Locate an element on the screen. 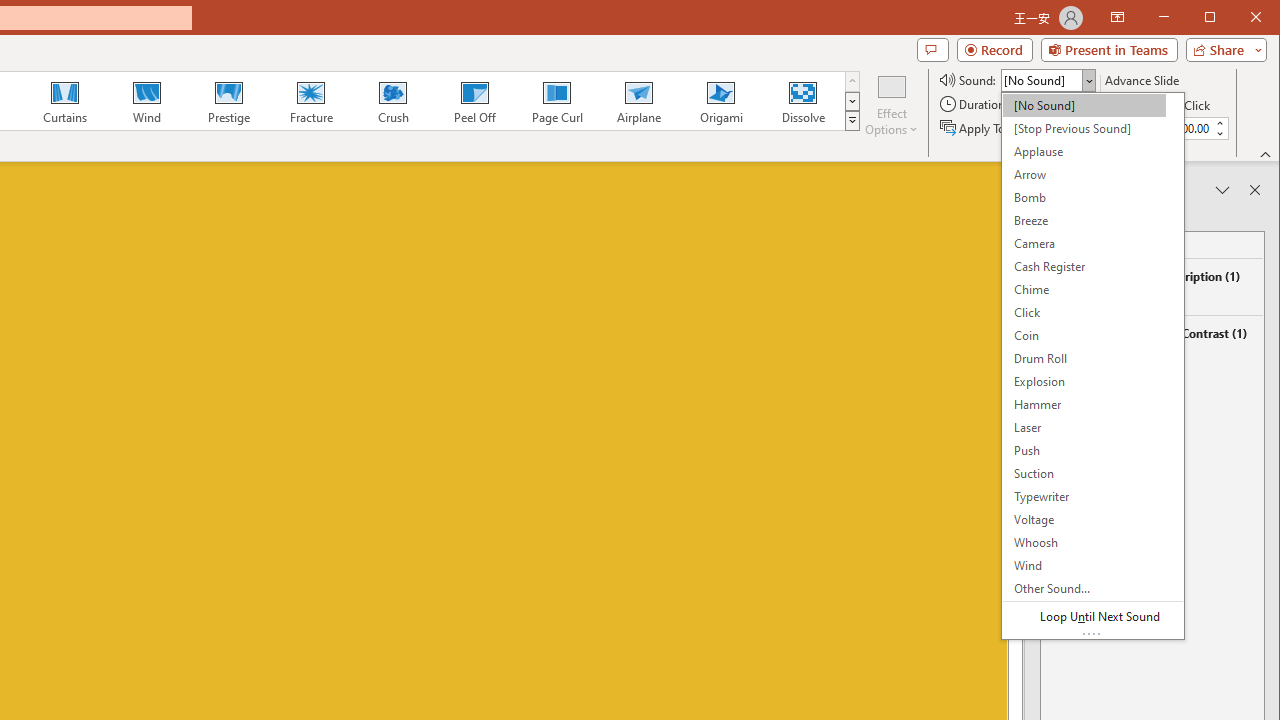  'Dissolve' is located at coordinates (802, 100).